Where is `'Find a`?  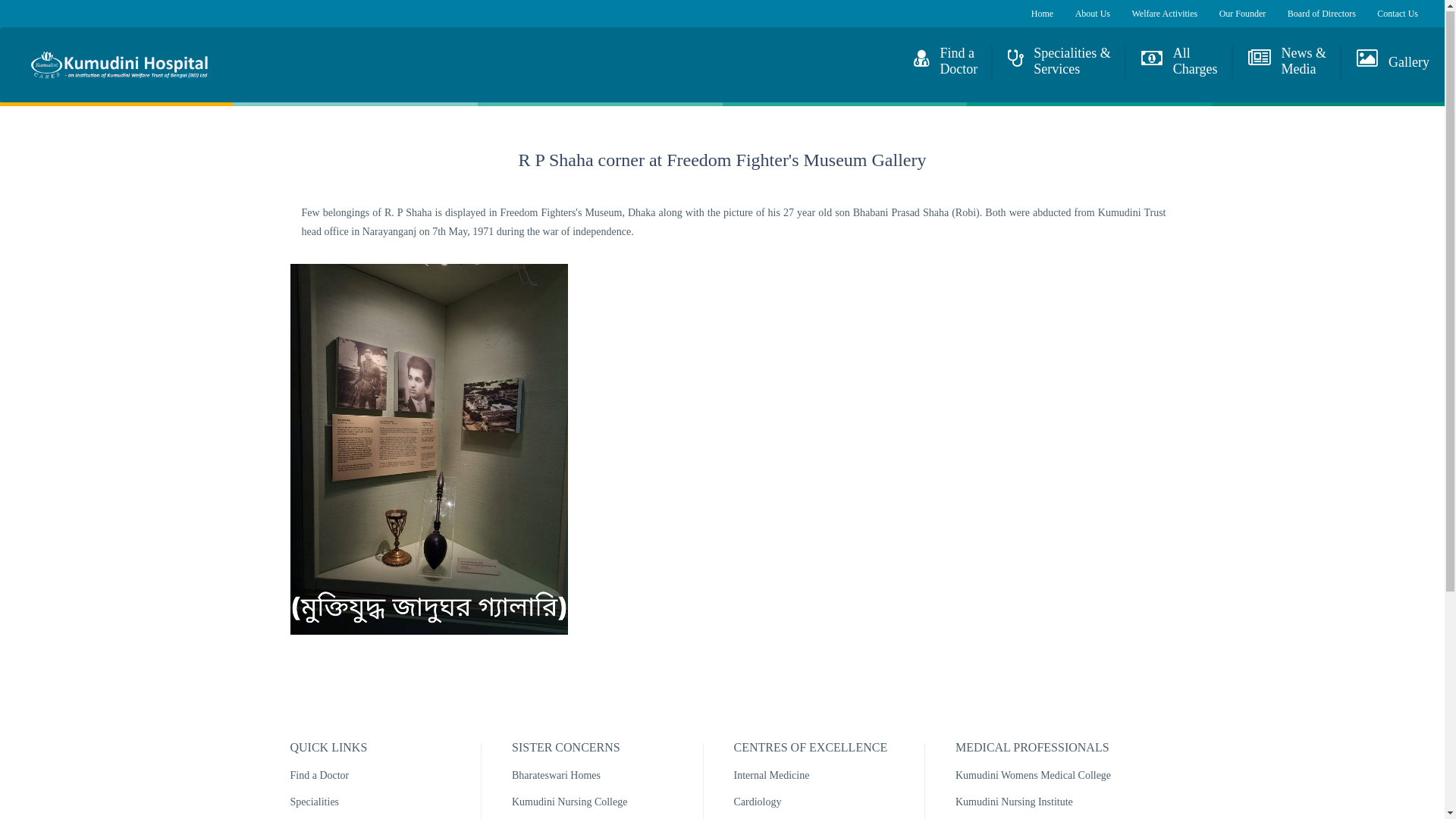 'Find a is located at coordinates (945, 62).